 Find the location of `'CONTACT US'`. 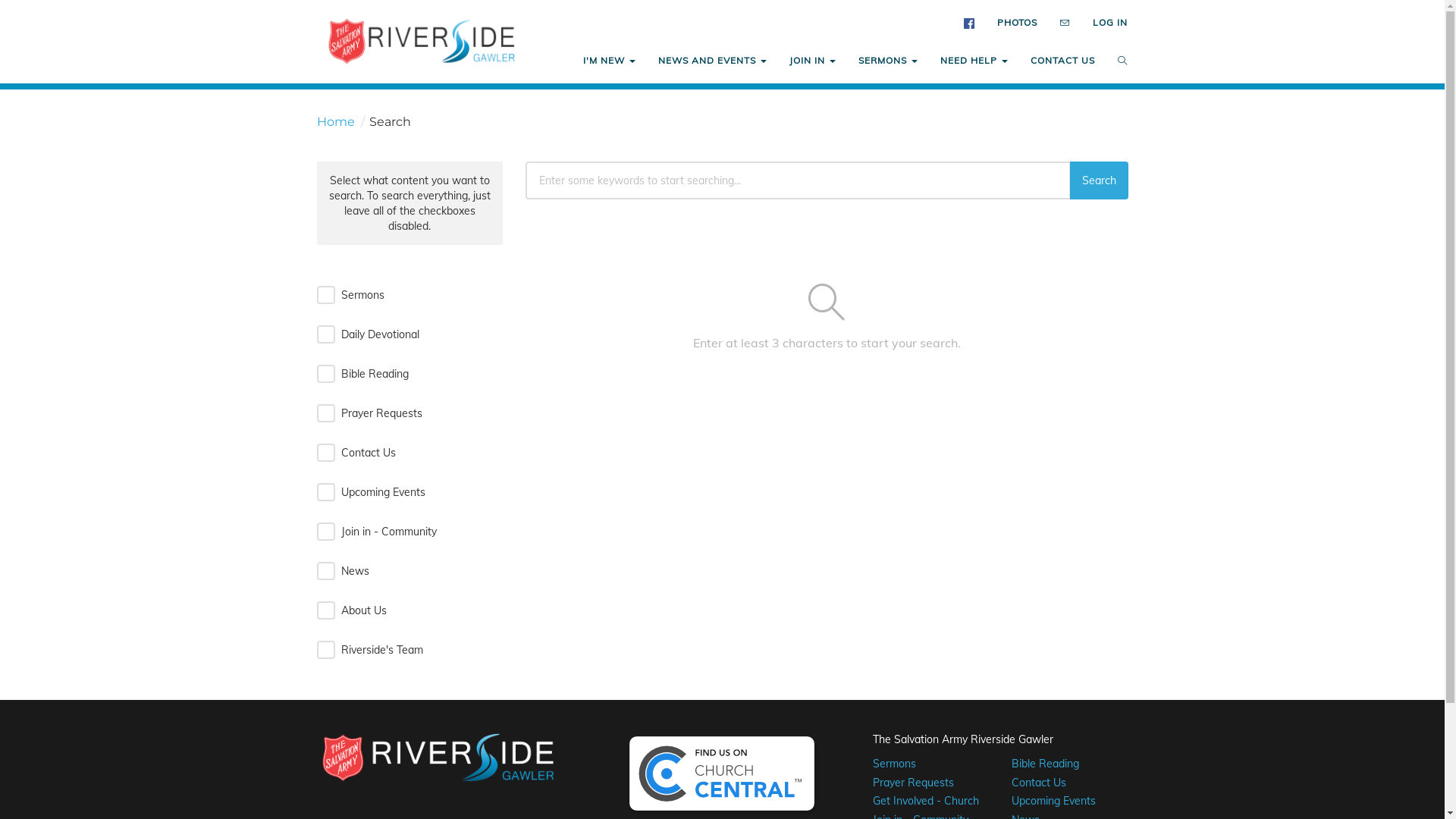

'CONTACT US' is located at coordinates (1062, 60).